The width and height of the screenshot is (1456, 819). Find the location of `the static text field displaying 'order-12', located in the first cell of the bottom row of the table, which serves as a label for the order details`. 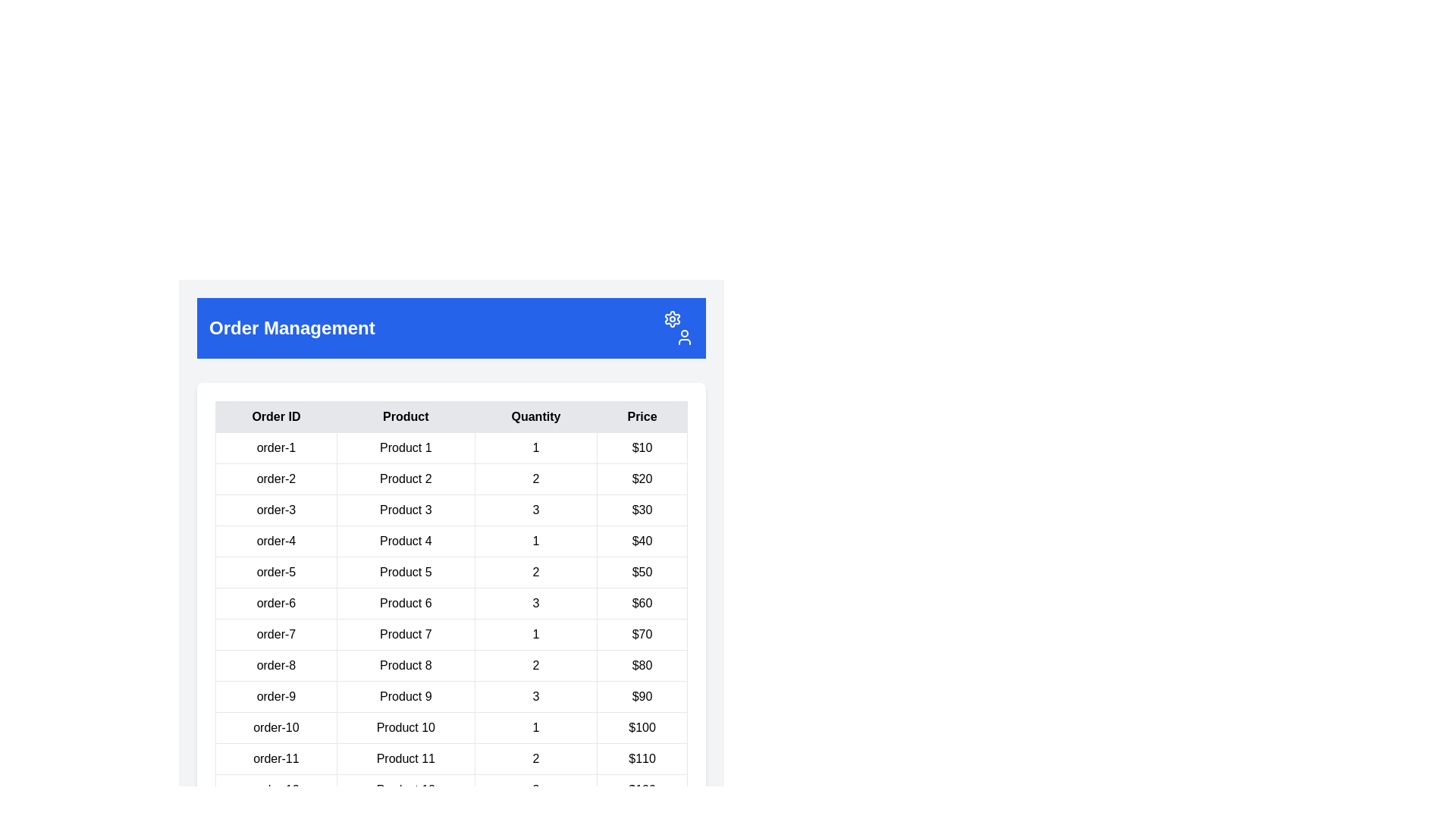

the static text field displaying 'order-12', located in the first cell of the bottom row of the table, which serves as a label for the order details is located at coordinates (276, 789).